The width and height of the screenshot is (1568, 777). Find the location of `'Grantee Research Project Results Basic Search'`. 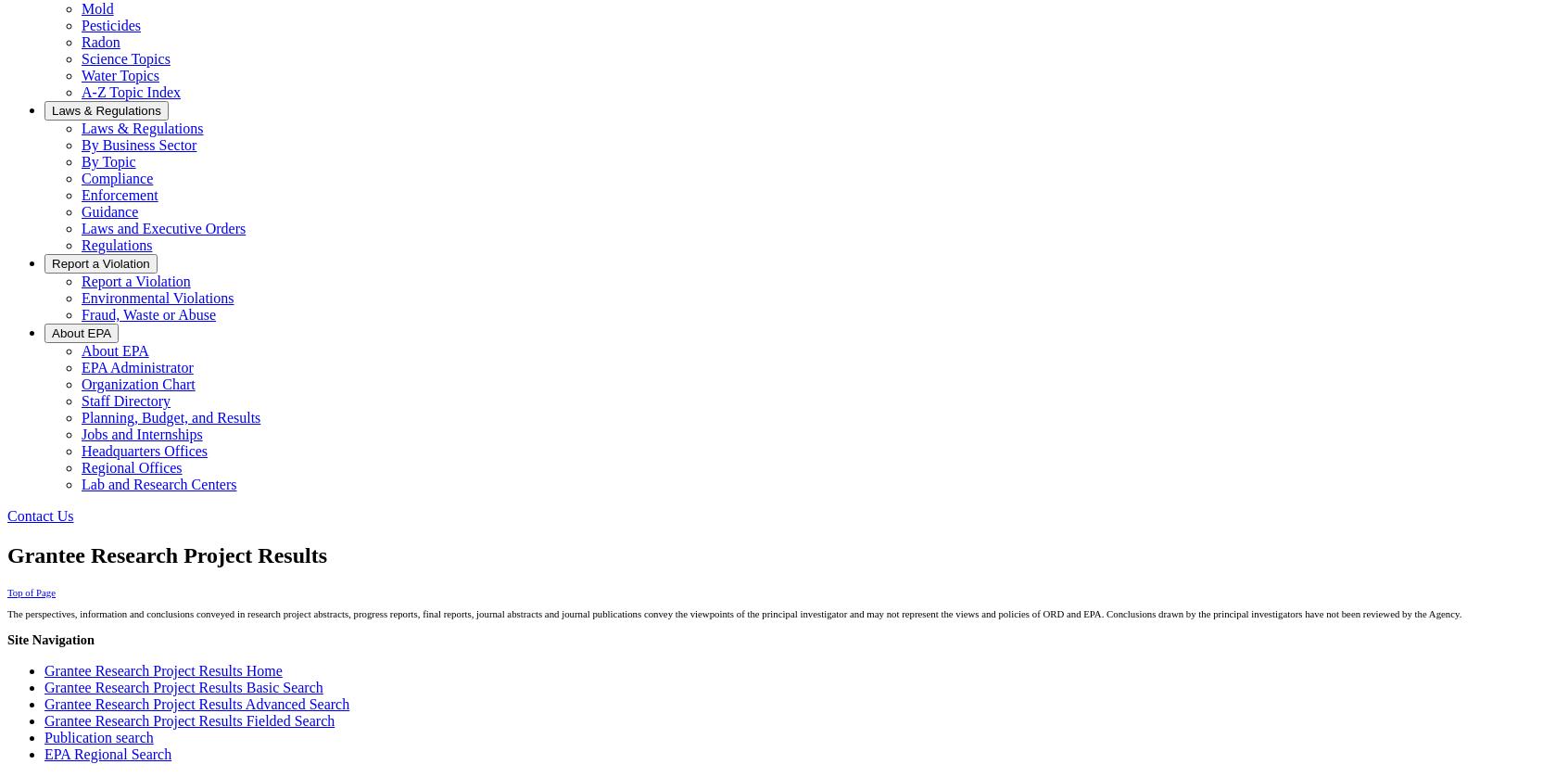

'Grantee Research Project Results Basic Search' is located at coordinates (182, 686).